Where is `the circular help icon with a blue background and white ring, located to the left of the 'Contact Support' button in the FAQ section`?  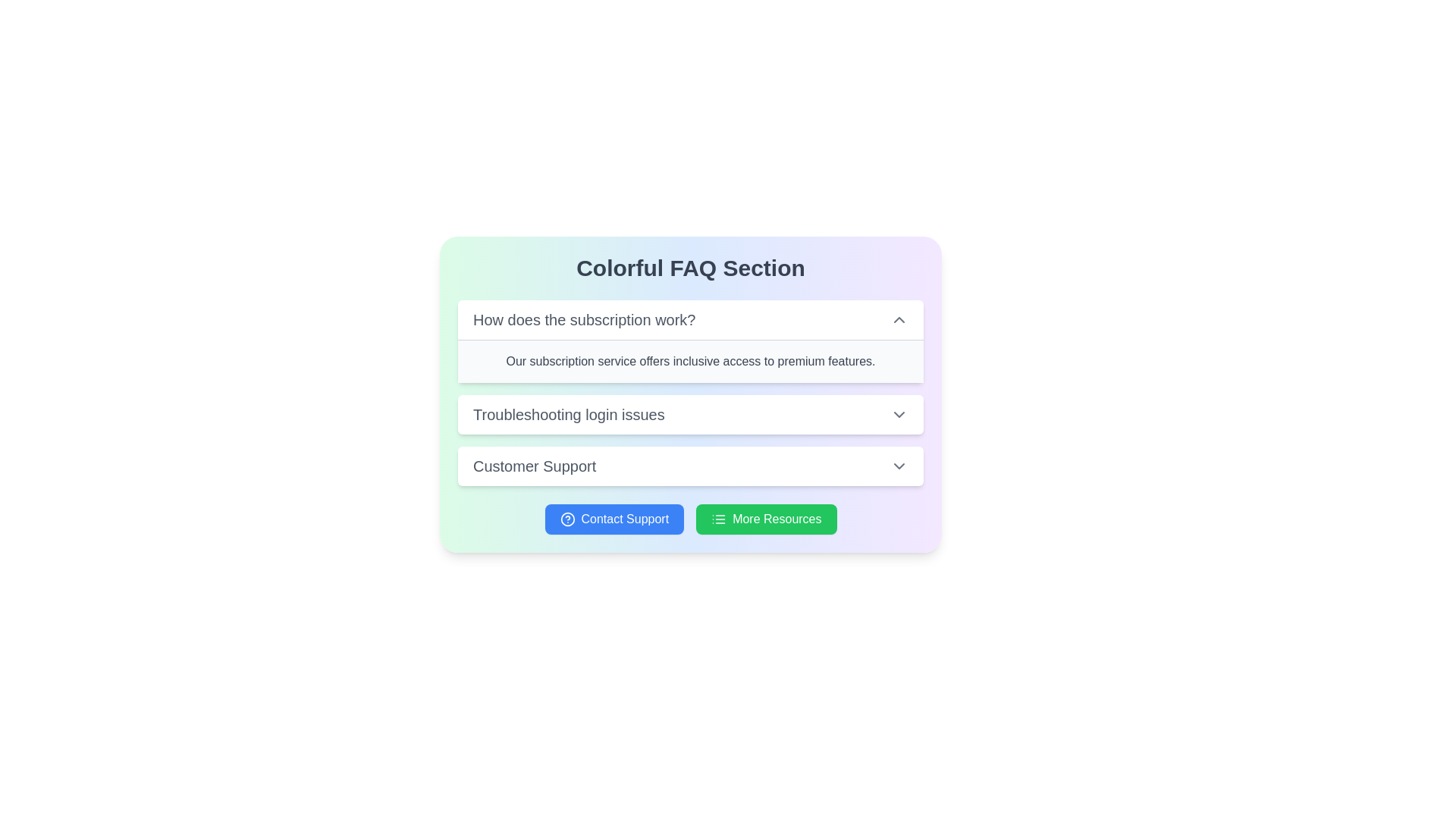 the circular help icon with a blue background and white ring, located to the left of the 'Contact Support' button in the FAQ section is located at coordinates (566, 519).